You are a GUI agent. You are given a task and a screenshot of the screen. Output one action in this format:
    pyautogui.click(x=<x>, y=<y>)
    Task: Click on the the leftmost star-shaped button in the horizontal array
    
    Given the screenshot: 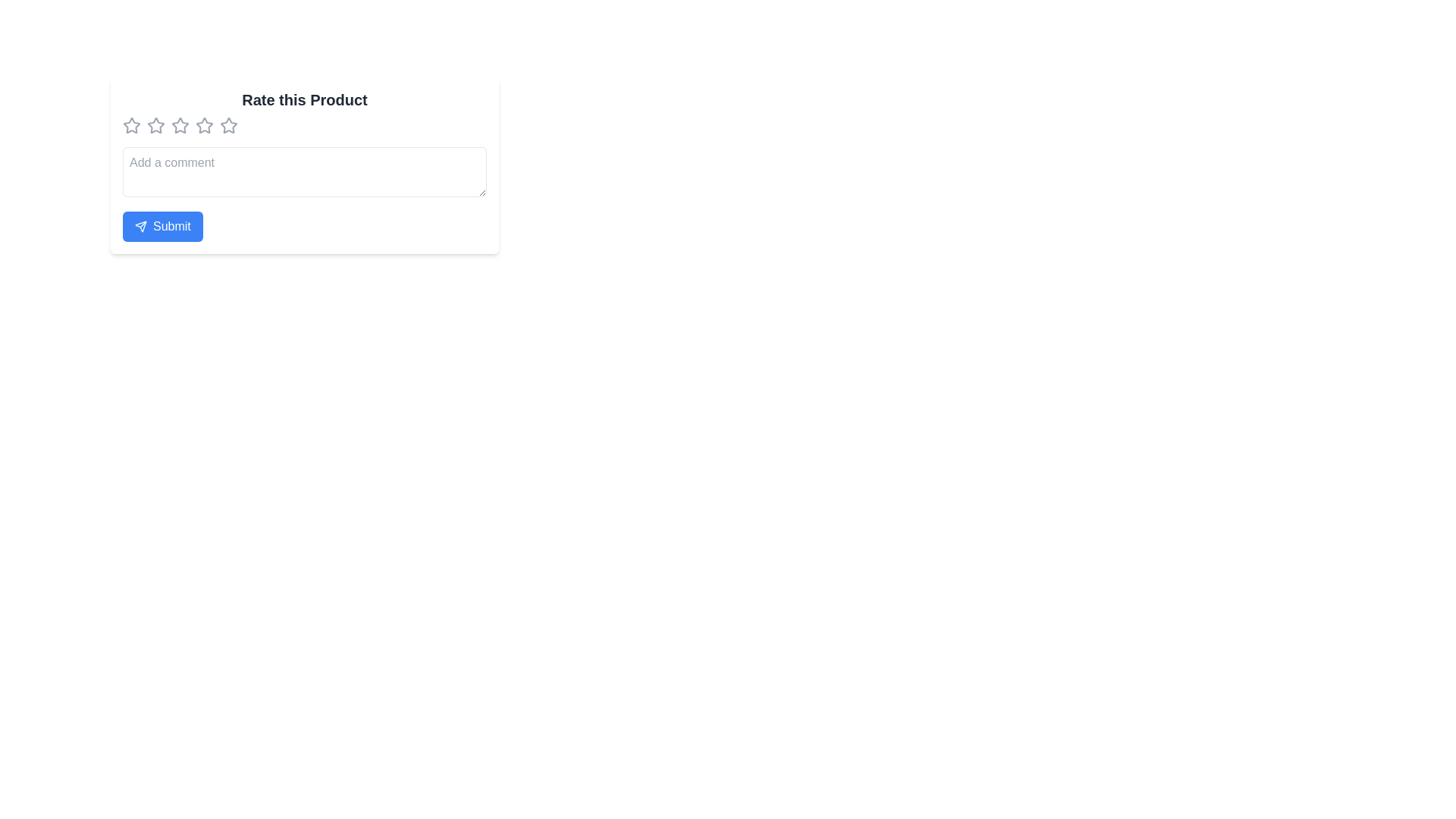 What is the action you would take?
    pyautogui.click(x=131, y=124)
    